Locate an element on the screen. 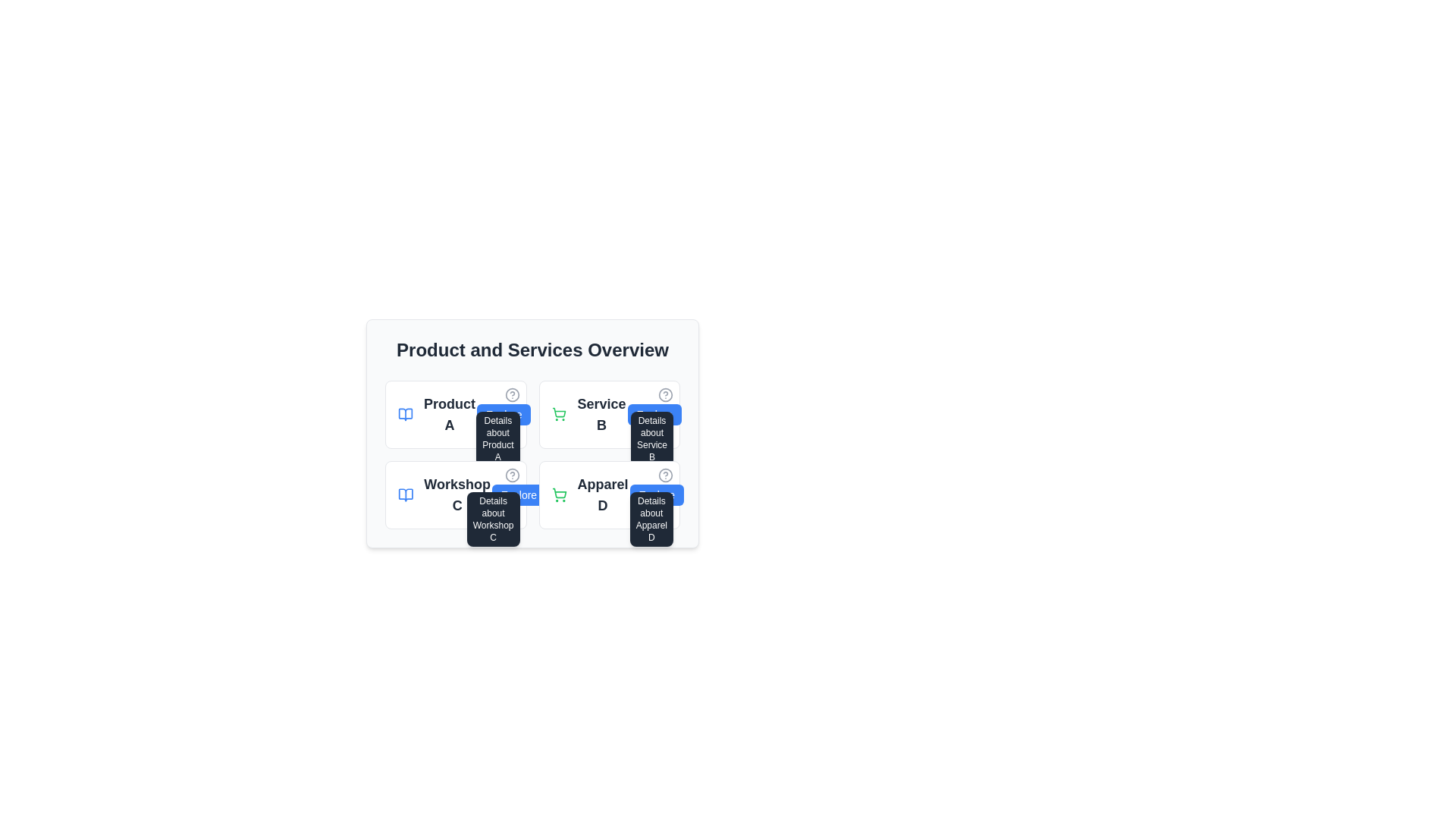 The height and width of the screenshot is (819, 1456). text displayed on the bold text label 'Product A', which is part of the product overview grid and is the top-left item next to an open book icon is located at coordinates (449, 415).